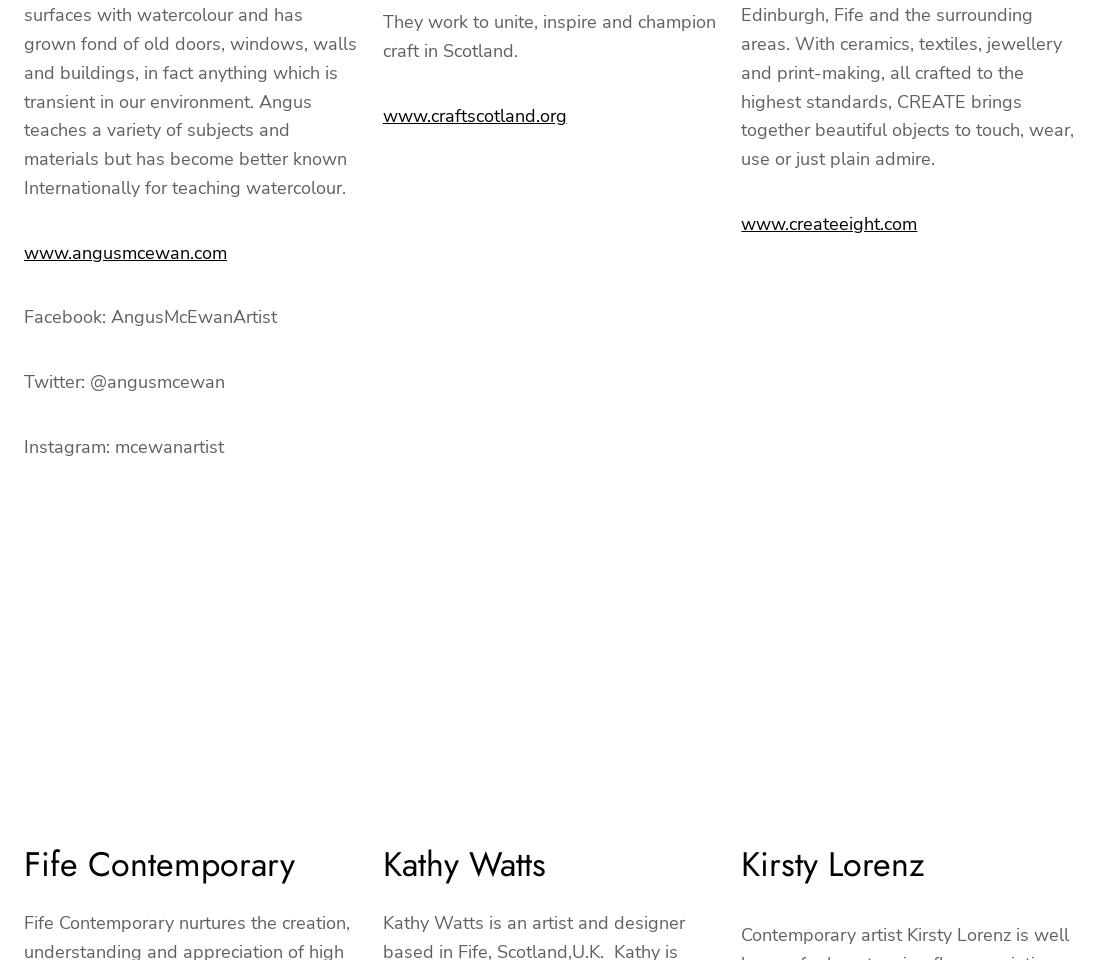 The width and height of the screenshot is (1100, 960). Describe the element at coordinates (124, 380) in the screenshot. I see `'Twitter: @angusmcewan'` at that location.